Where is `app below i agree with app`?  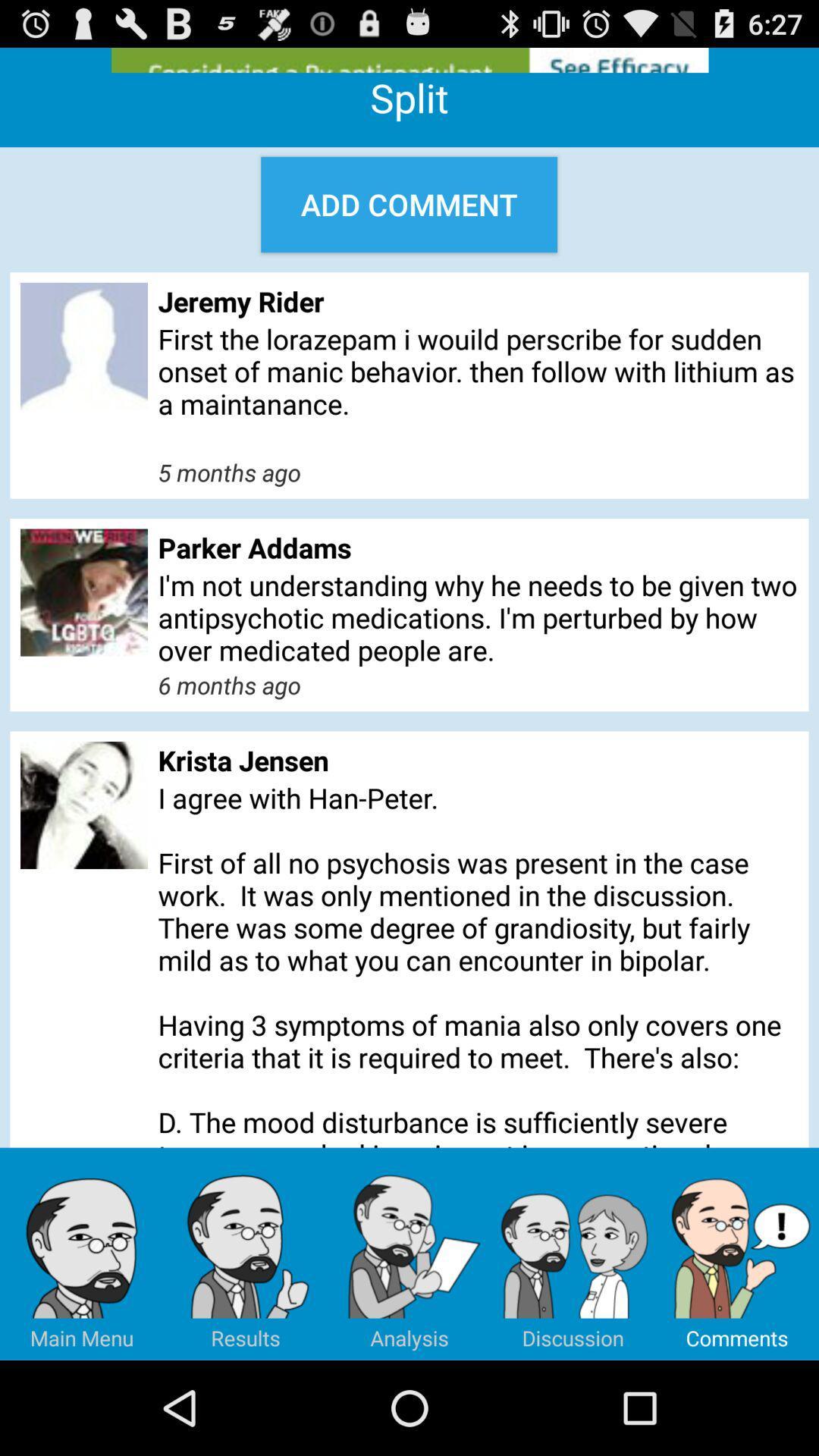 app below i agree with app is located at coordinates (409, 1254).